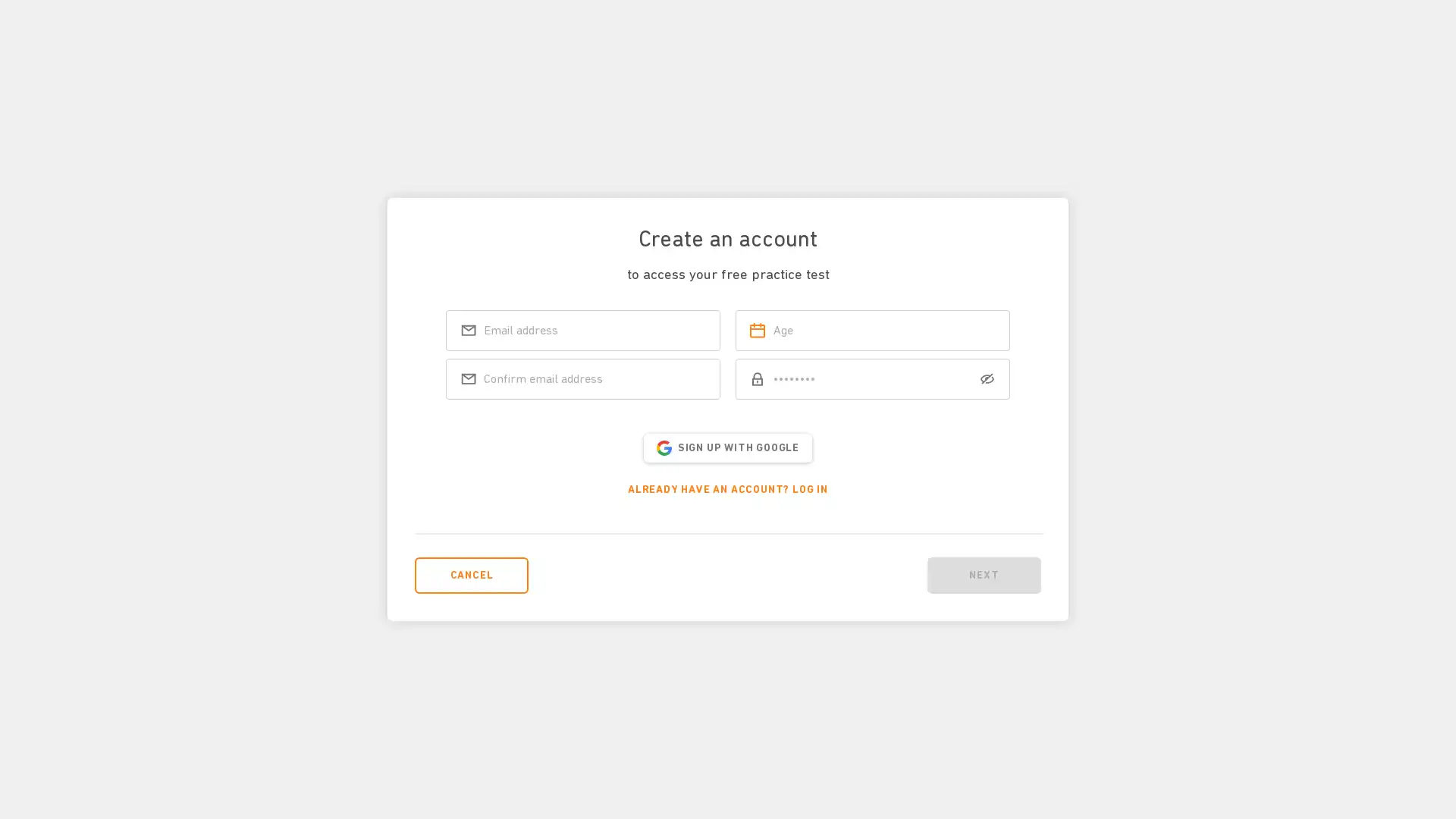 This screenshot has width=1456, height=819. I want to click on Next, so click(984, 575).